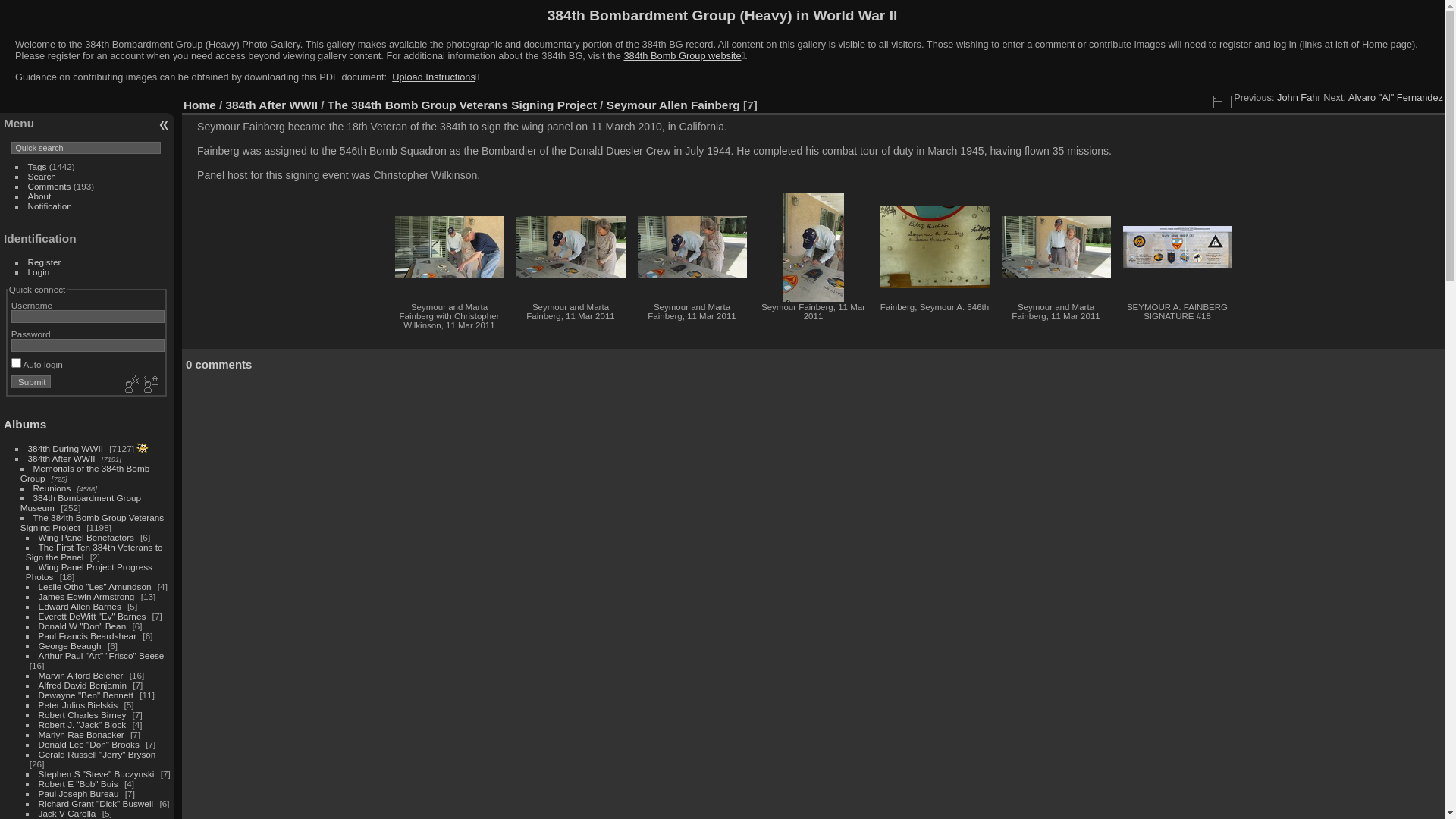  I want to click on 'Fainberg, Seymour A. 546th (1460 visits)', so click(934, 246).